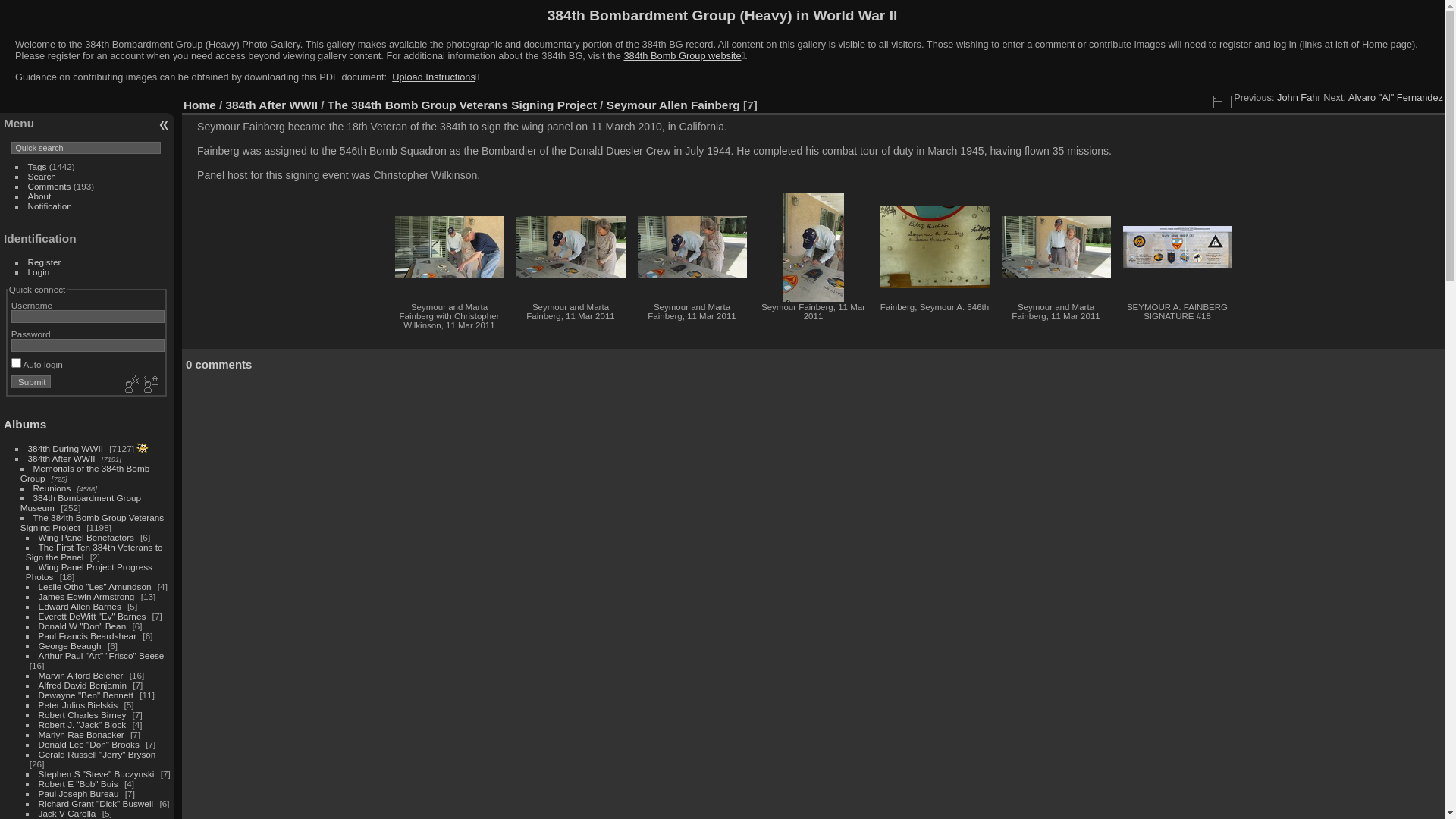  I want to click on 'Fainberg, Seymour A. 546th (1460 visits)', so click(934, 246).